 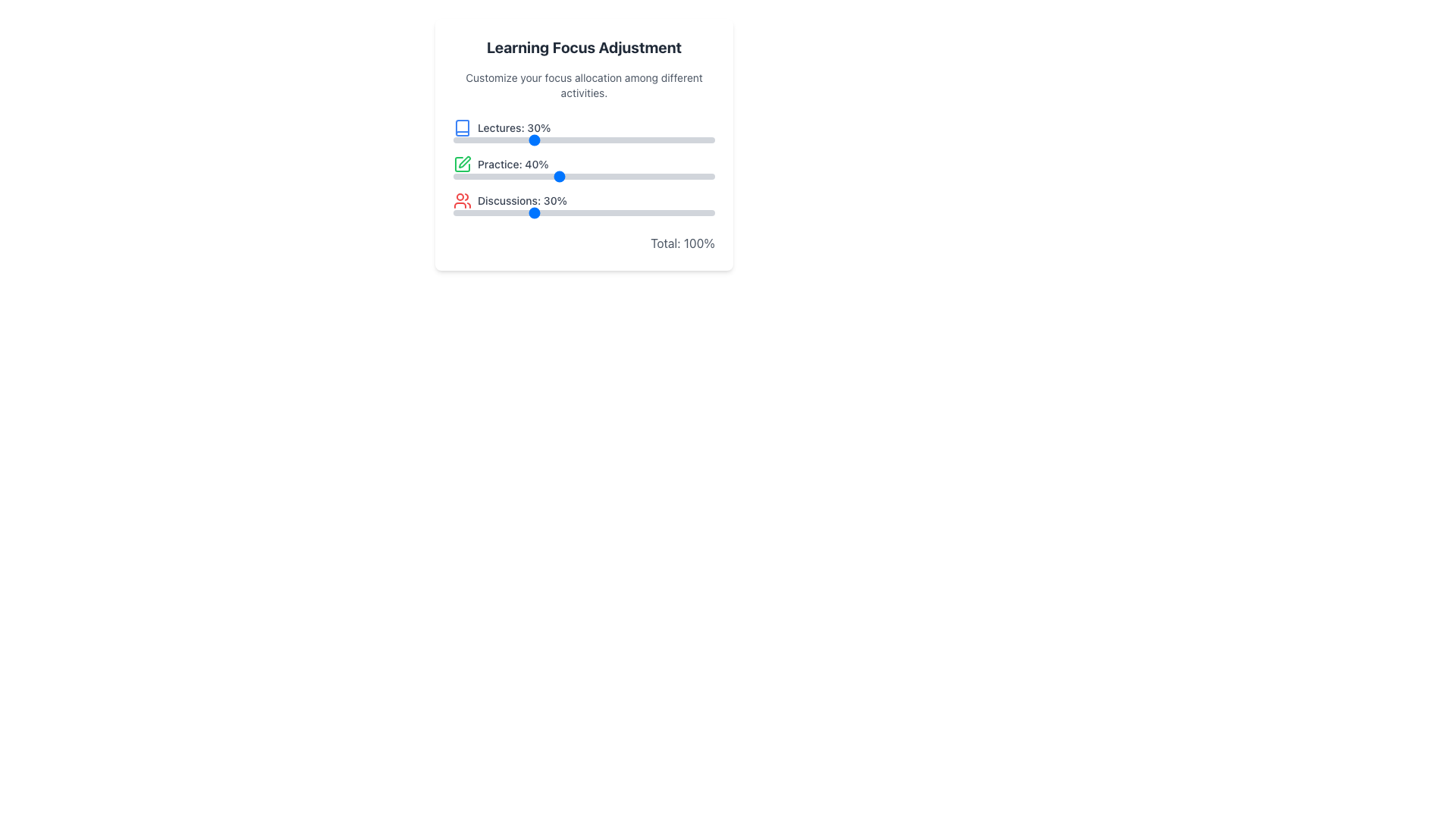 I want to click on the range slider bar located under the 'Practice: 40%' label to set a value, so click(x=583, y=175).